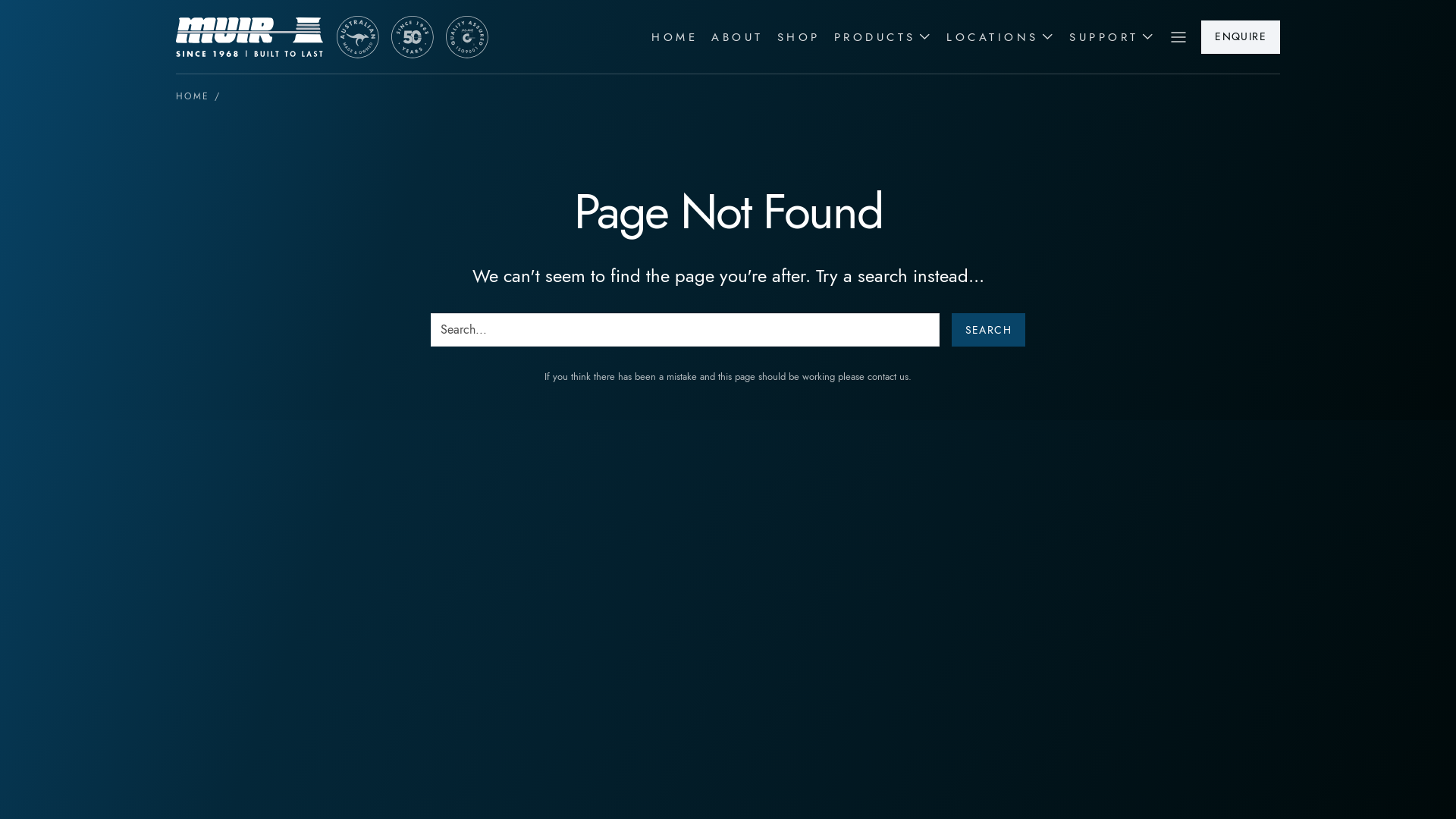 The width and height of the screenshot is (1456, 819). Describe the element at coordinates (988, 329) in the screenshot. I see `'Search'` at that location.